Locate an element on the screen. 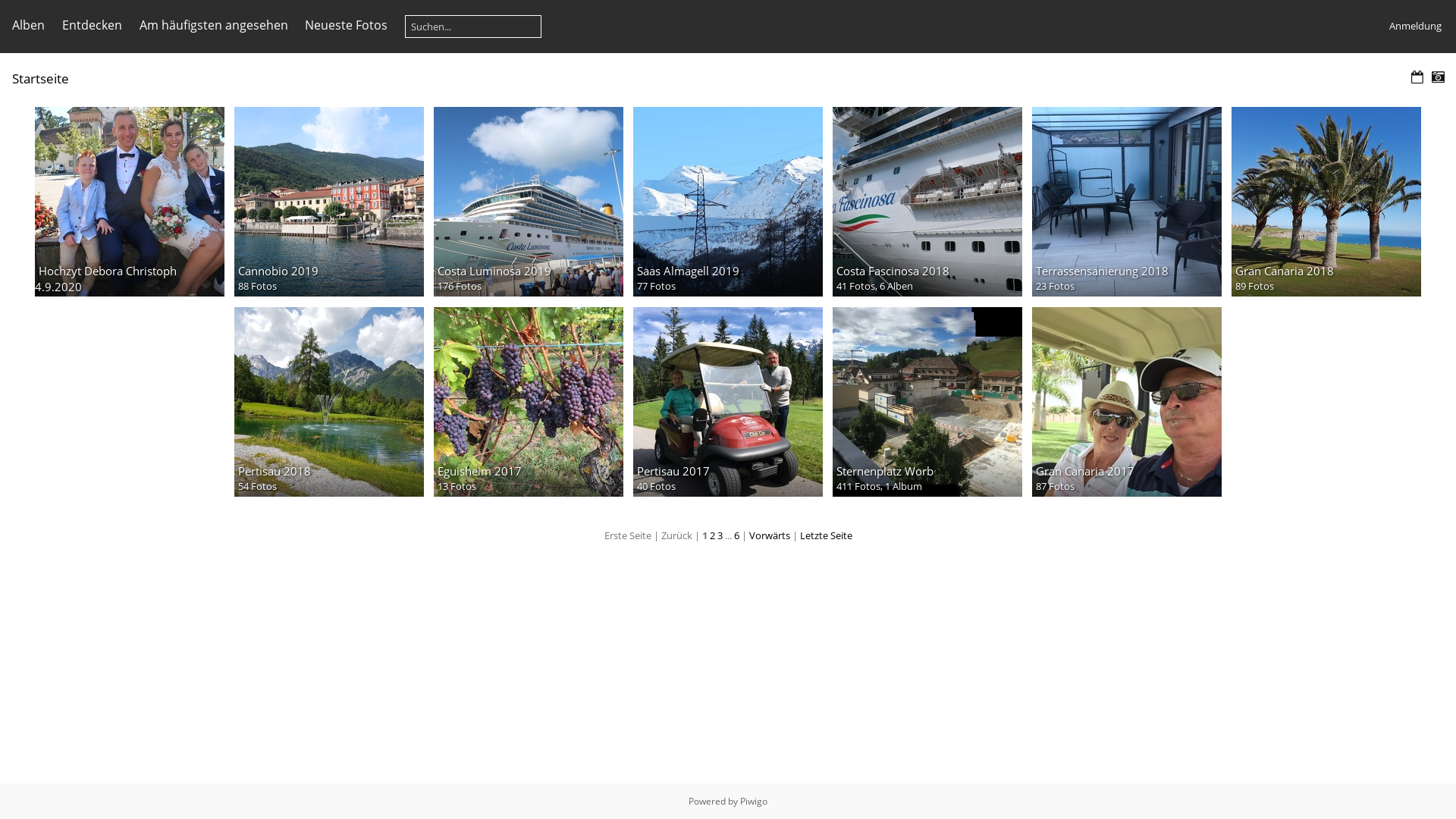  '2' is located at coordinates (711, 534).